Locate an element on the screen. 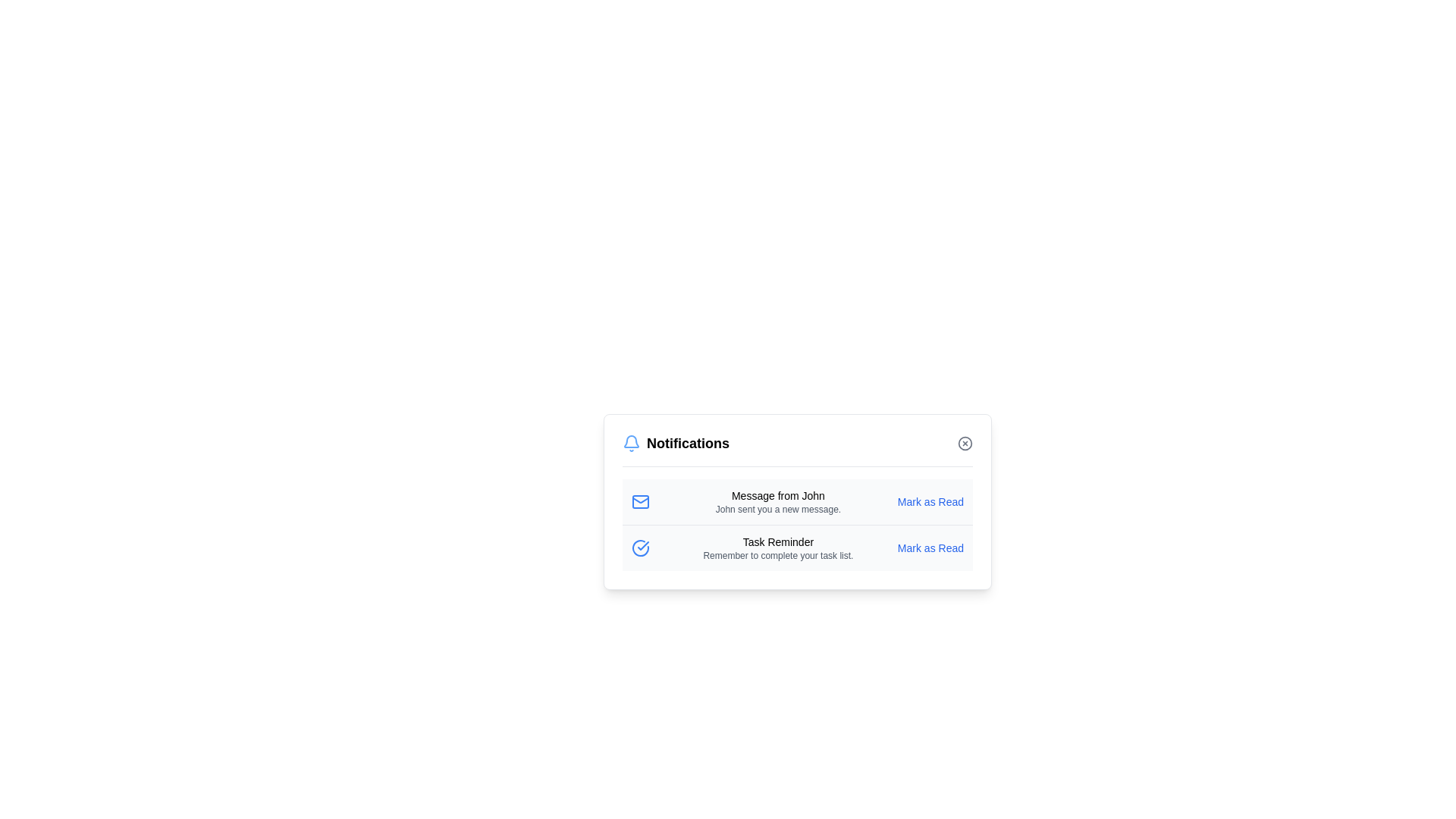 The width and height of the screenshot is (1456, 819). the checkmark icon styled as part of the notification context in the 'Task Reminder' section, which is represented by a geometric check shape is located at coordinates (643, 546).